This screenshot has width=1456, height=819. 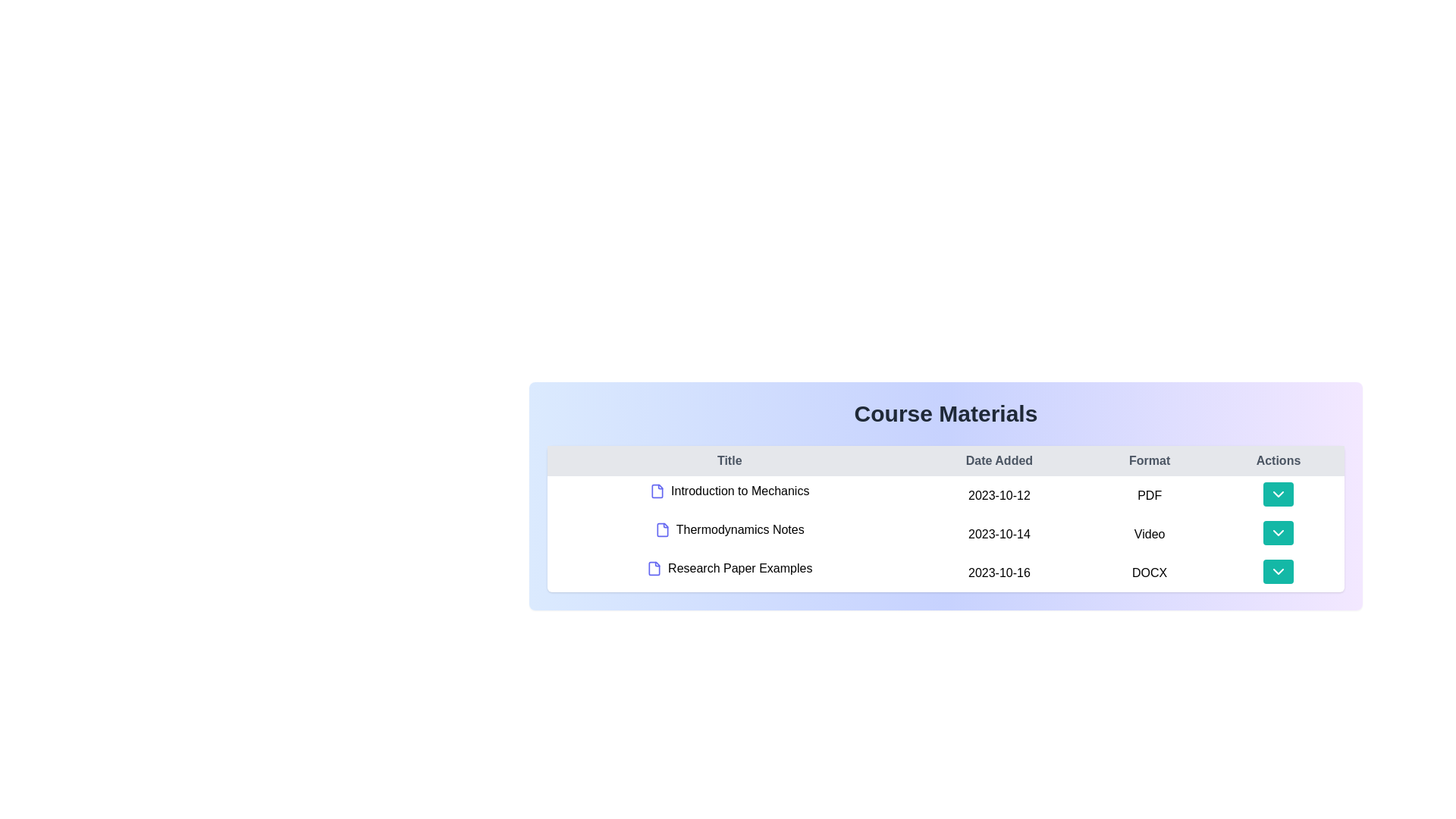 I want to click on the downward-pointing chevron icon with a teal background located in the 'Actions' column of the first row of the table for hover effects, so click(x=1277, y=494).